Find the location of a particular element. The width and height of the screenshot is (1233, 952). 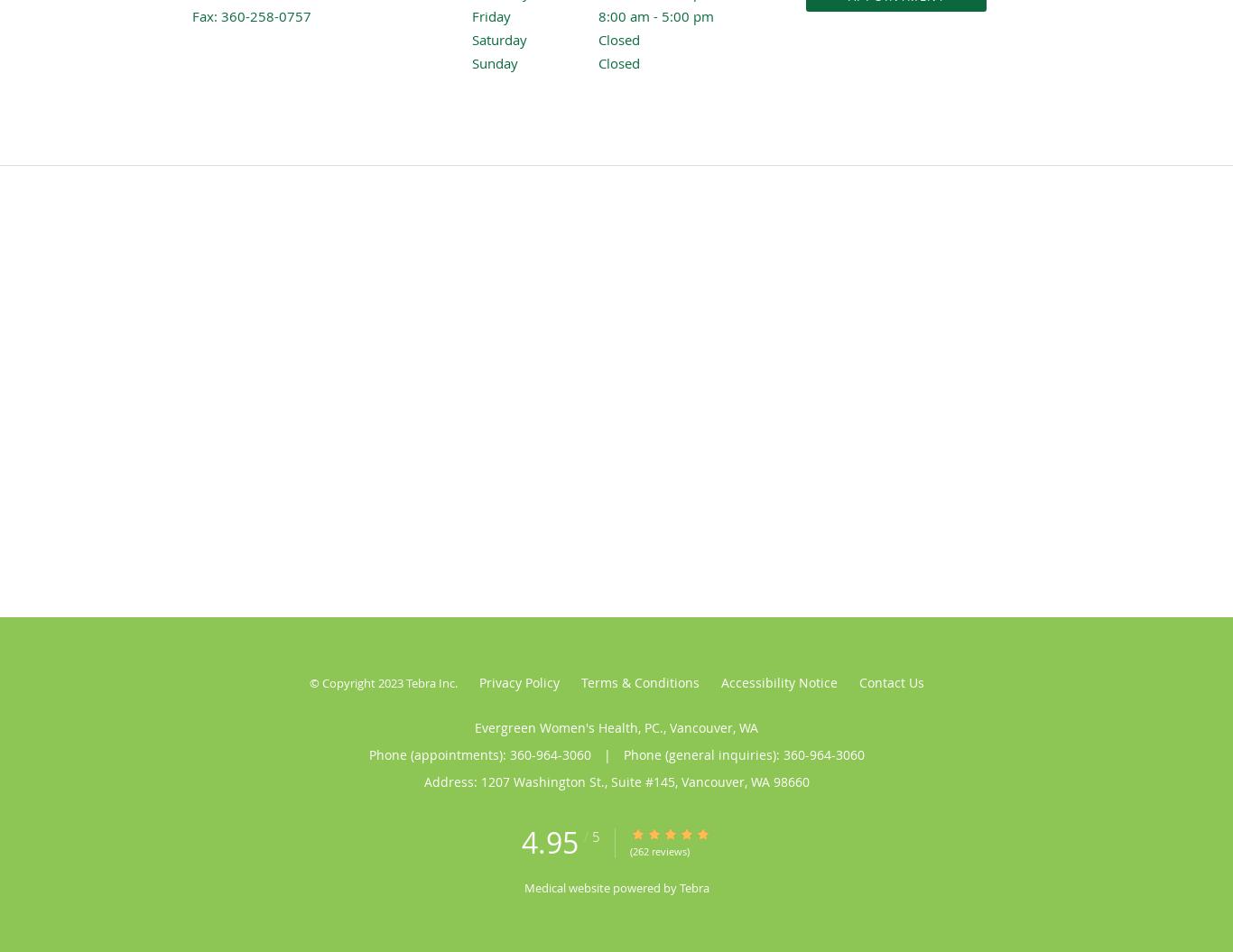

'Sunday' is located at coordinates (495, 60).